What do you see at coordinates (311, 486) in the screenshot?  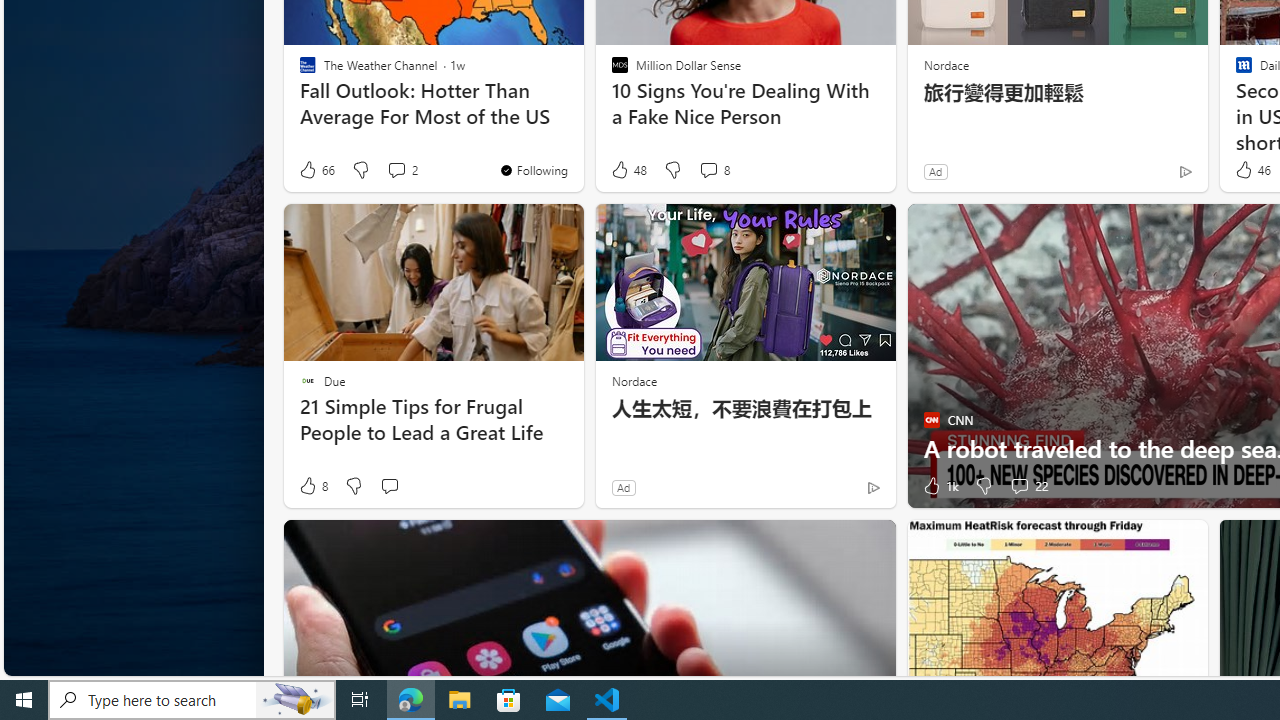 I see `'8 Like'` at bounding box center [311, 486].